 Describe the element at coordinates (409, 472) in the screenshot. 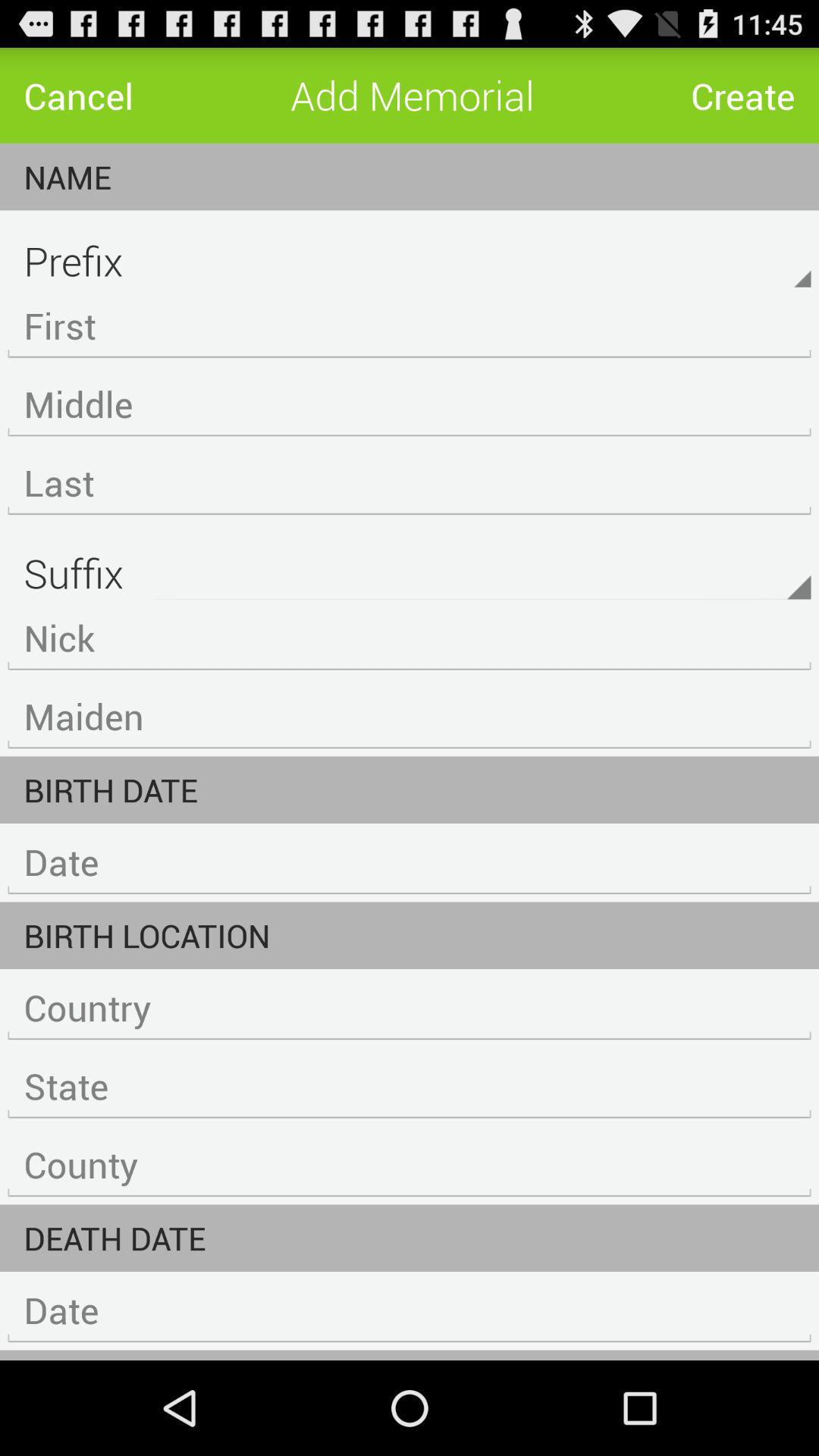

I see `the minus icon` at that location.